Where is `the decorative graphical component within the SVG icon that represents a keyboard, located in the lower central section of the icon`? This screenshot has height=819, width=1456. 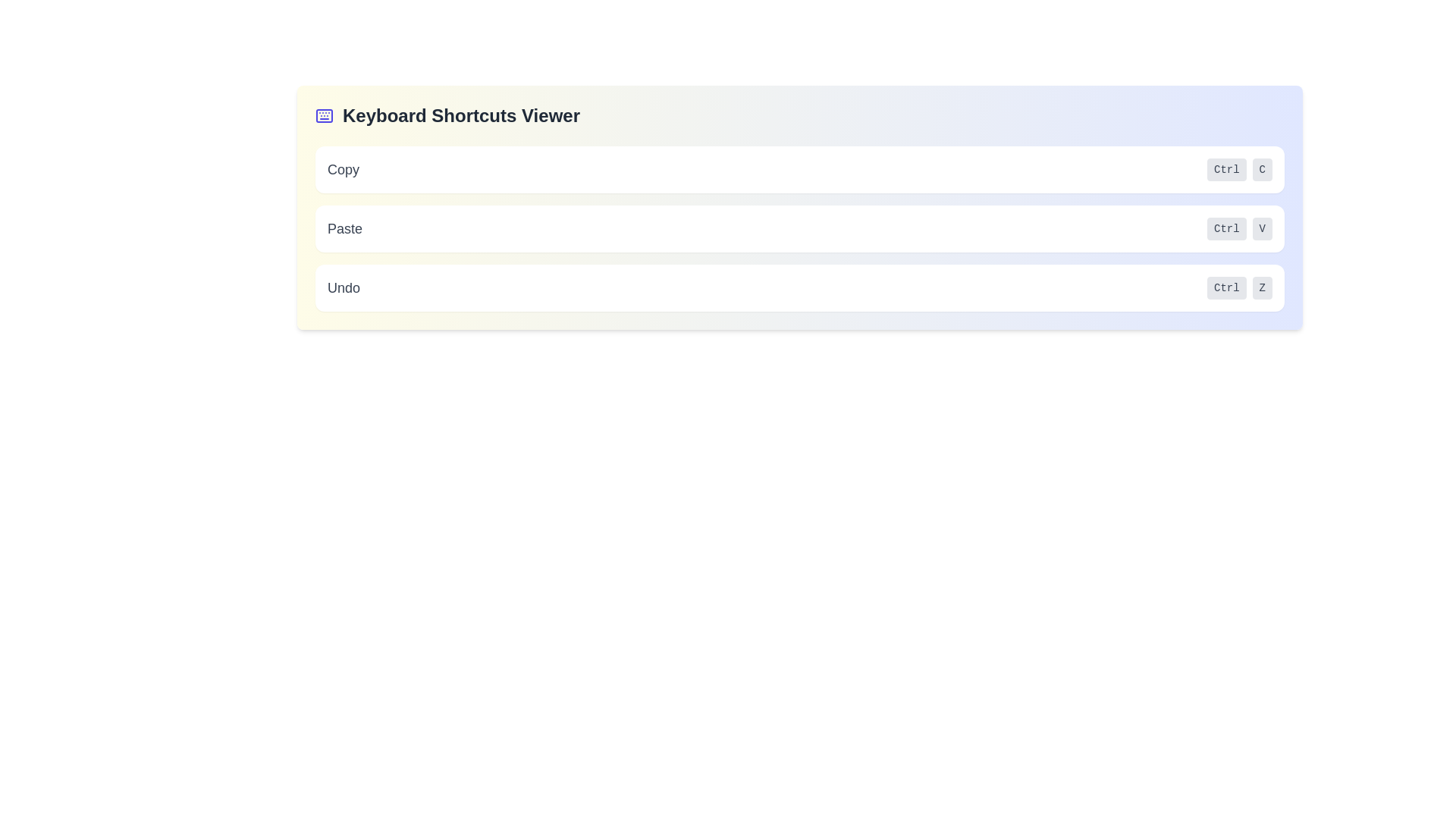 the decorative graphical component within the SVG icon that represents a keyboard, located in the lower central section of the icon is located at coordinates (323, 115).